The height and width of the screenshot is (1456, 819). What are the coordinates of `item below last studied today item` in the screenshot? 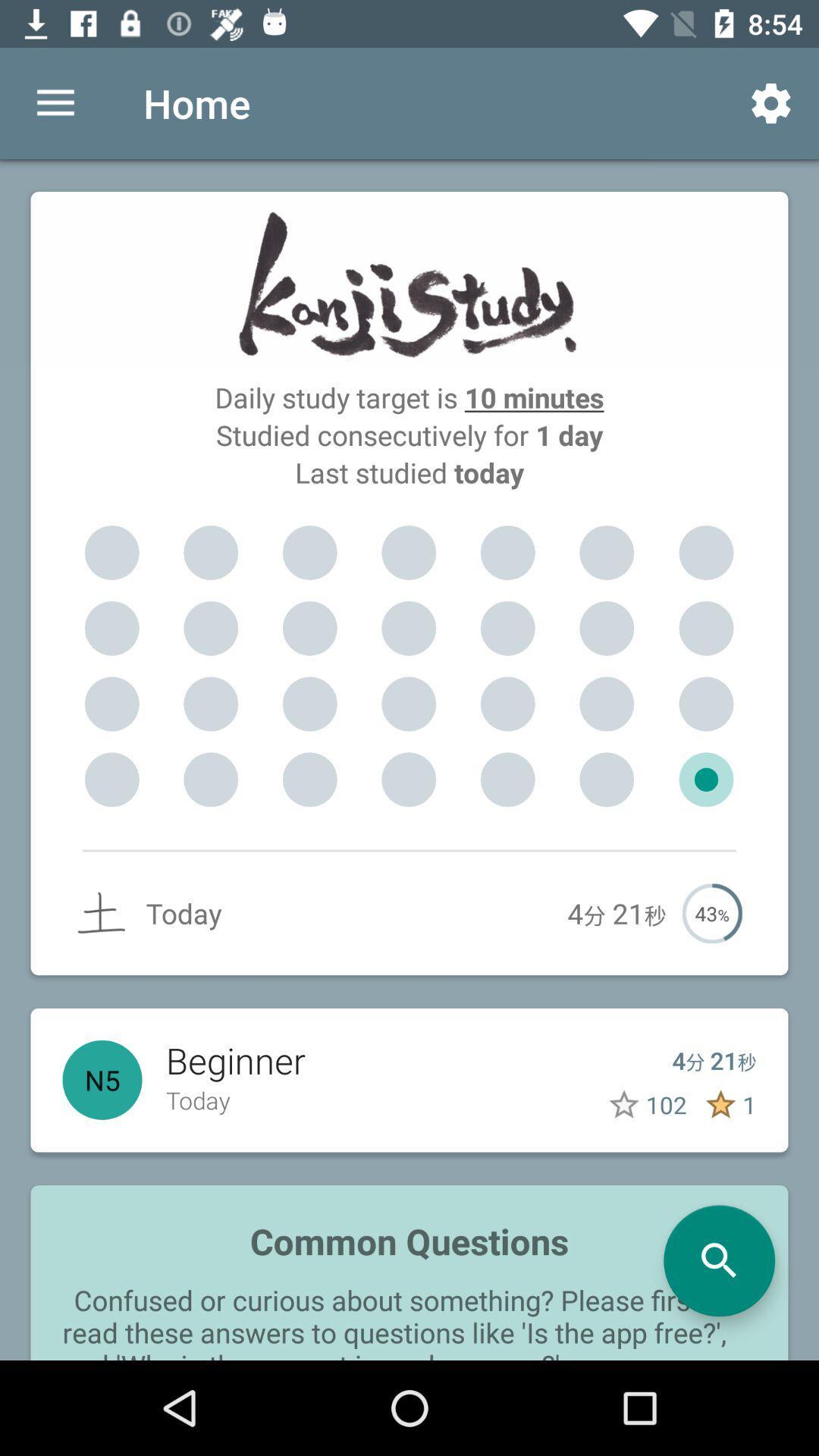 It's located at (606, 552).